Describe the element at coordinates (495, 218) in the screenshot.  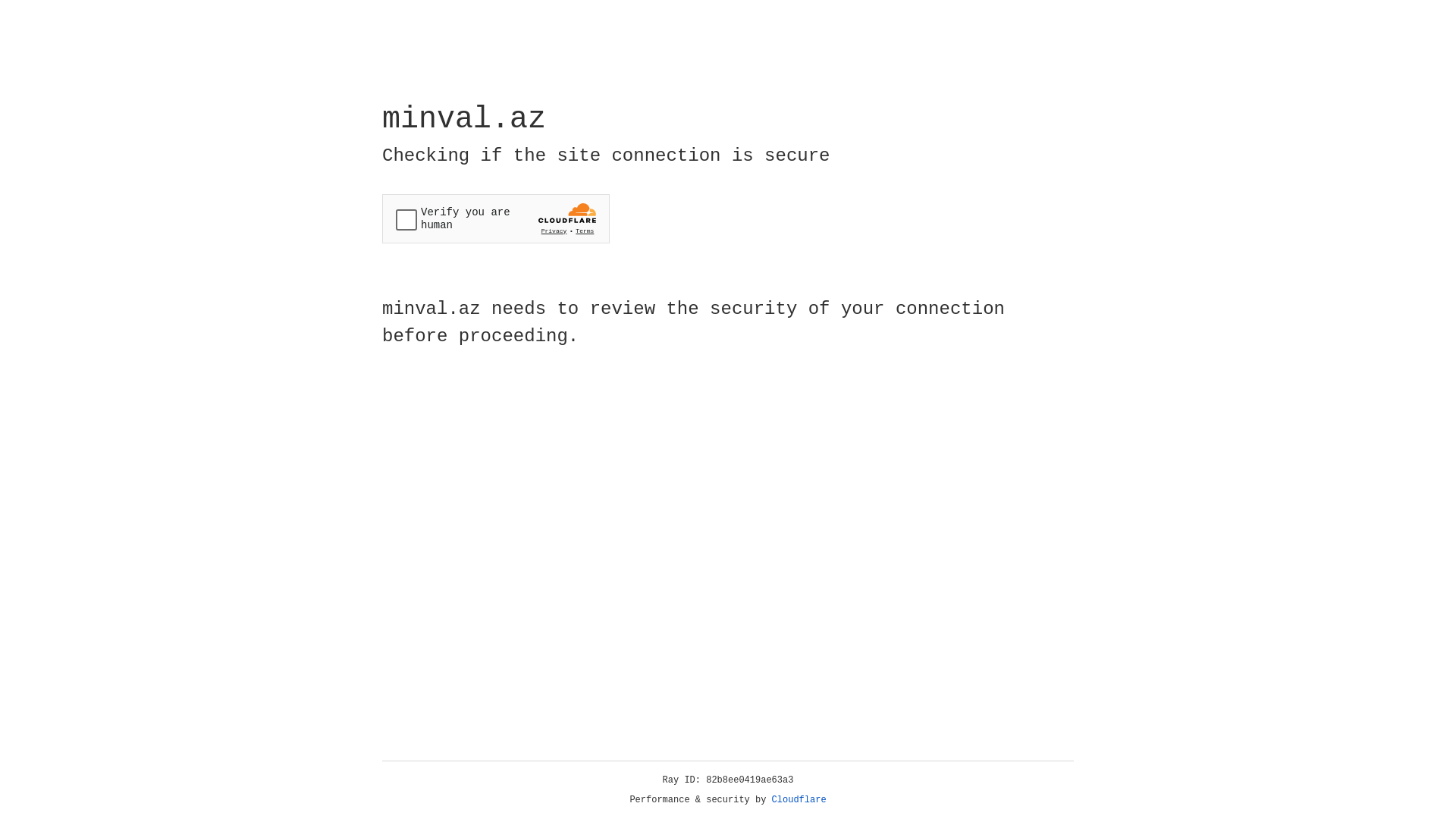
I see `'Widget containing a Cloudflare security challenge'` at that location.